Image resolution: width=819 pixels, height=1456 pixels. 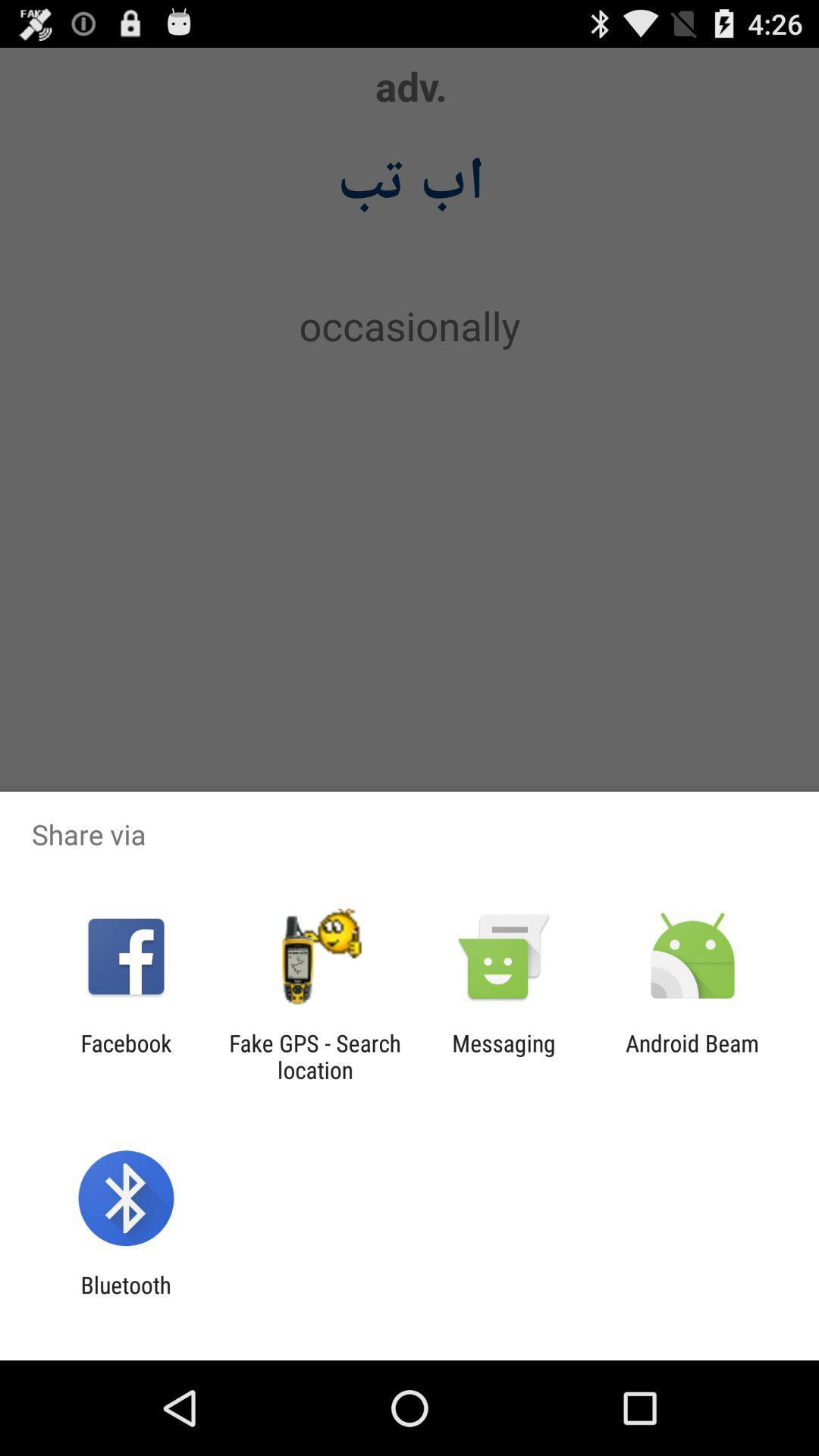 I want to click on the icon next to messaging app, so click(x=314, y=1056).